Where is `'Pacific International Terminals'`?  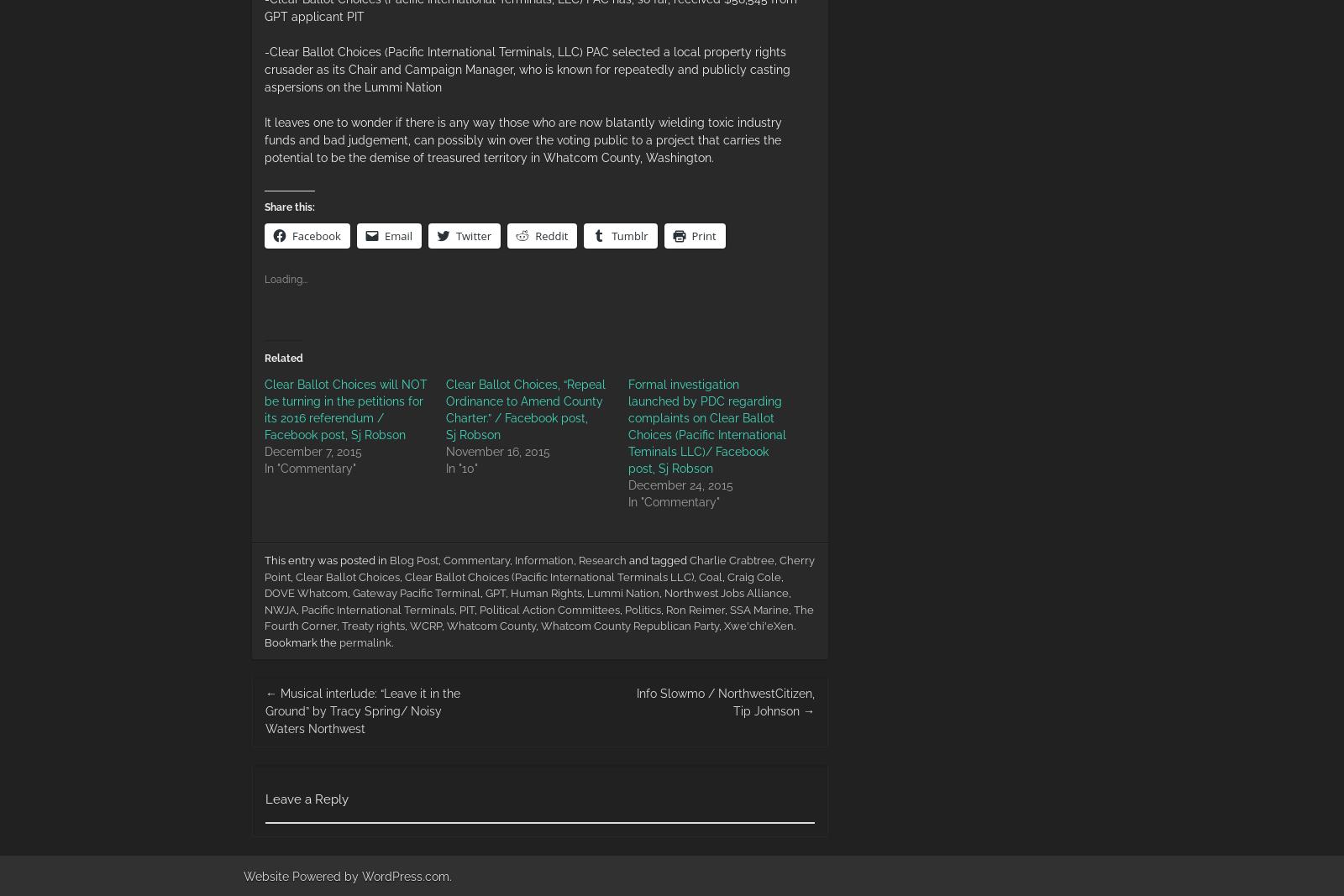
'Pacific International Terminals' is located at coordinates (376, 608).